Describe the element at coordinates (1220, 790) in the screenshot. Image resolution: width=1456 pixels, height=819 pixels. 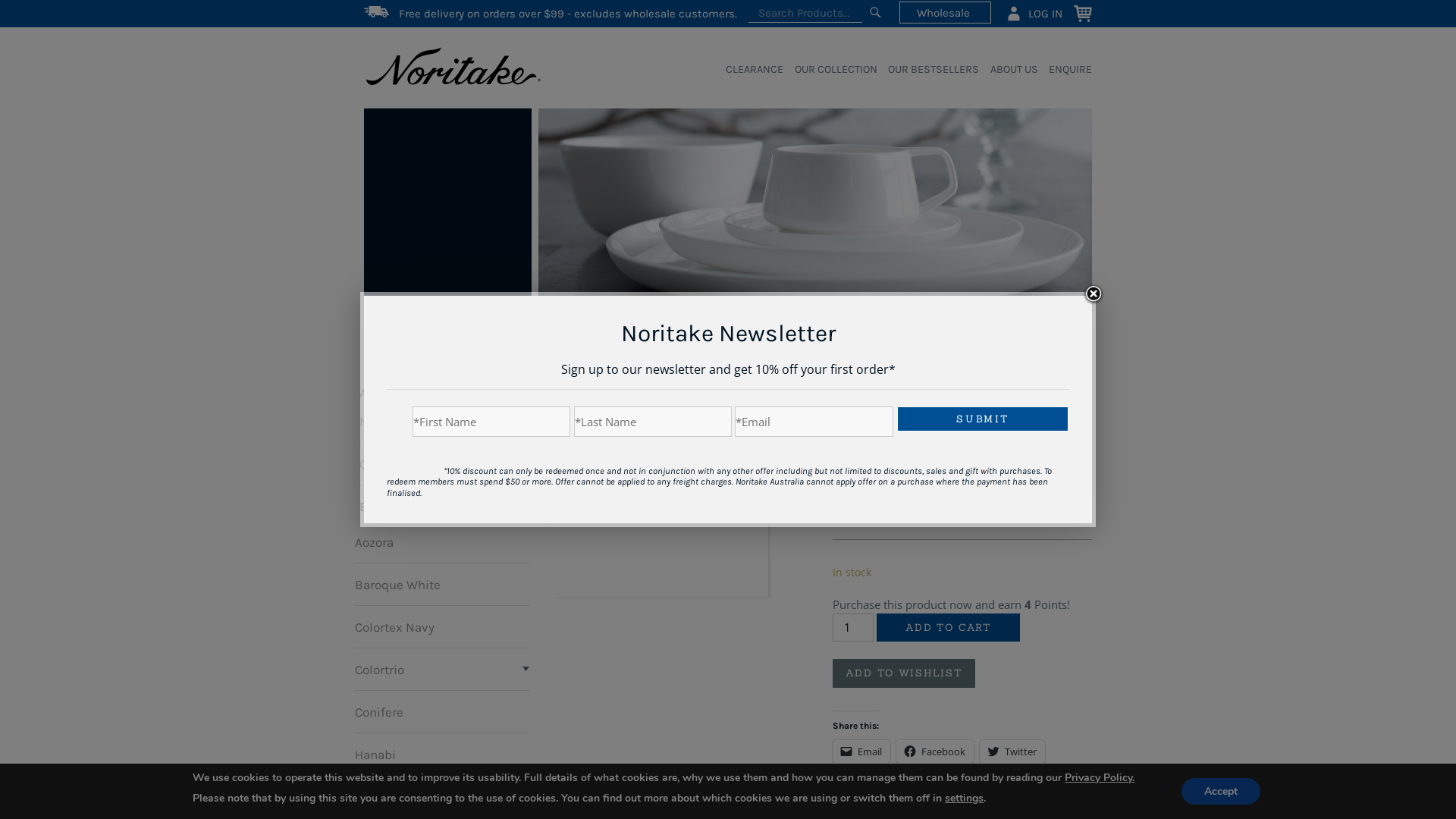
I see `'Accept'` at that location.